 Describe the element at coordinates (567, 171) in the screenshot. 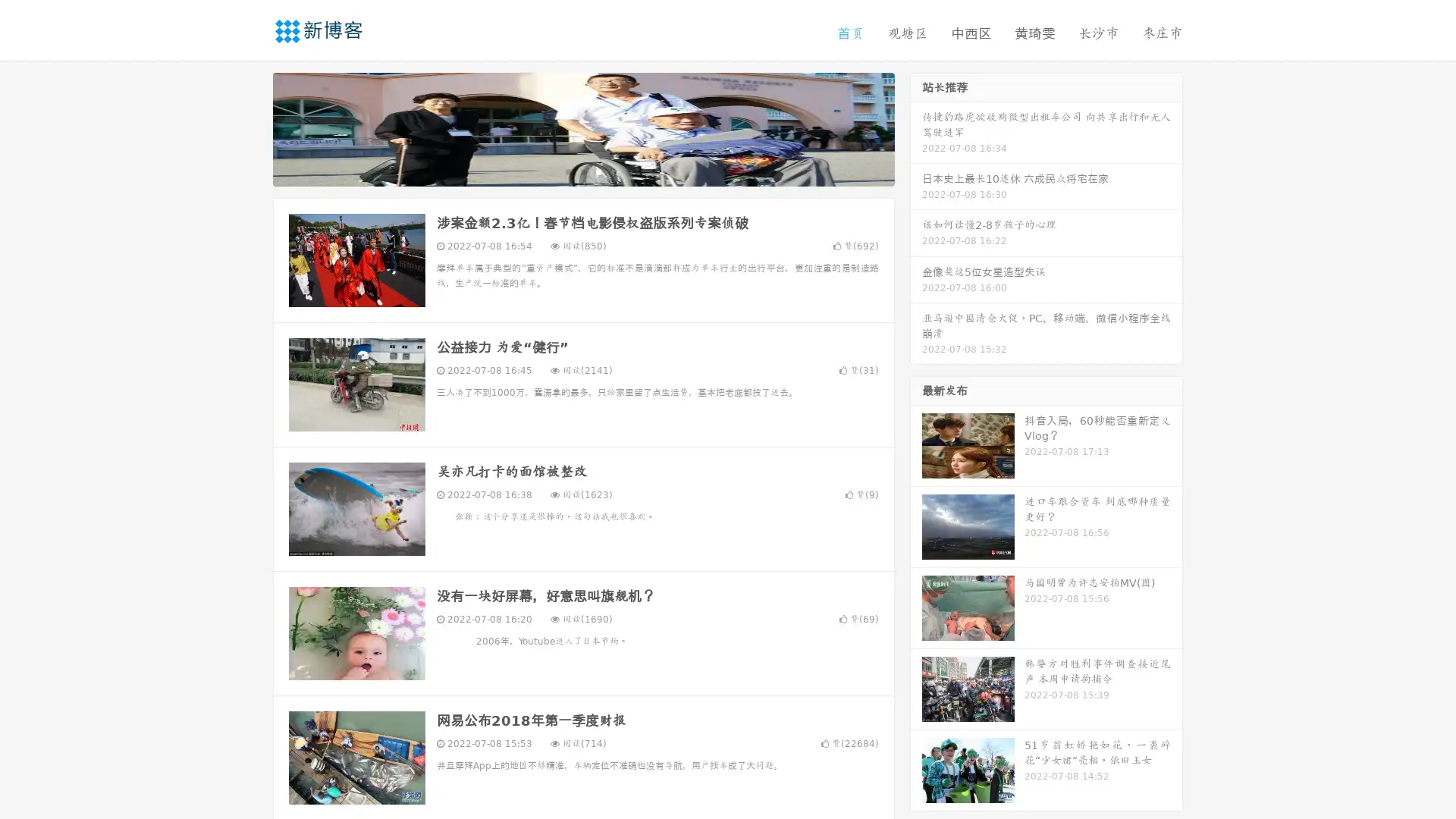

I see `Go to slide 1` at that location.